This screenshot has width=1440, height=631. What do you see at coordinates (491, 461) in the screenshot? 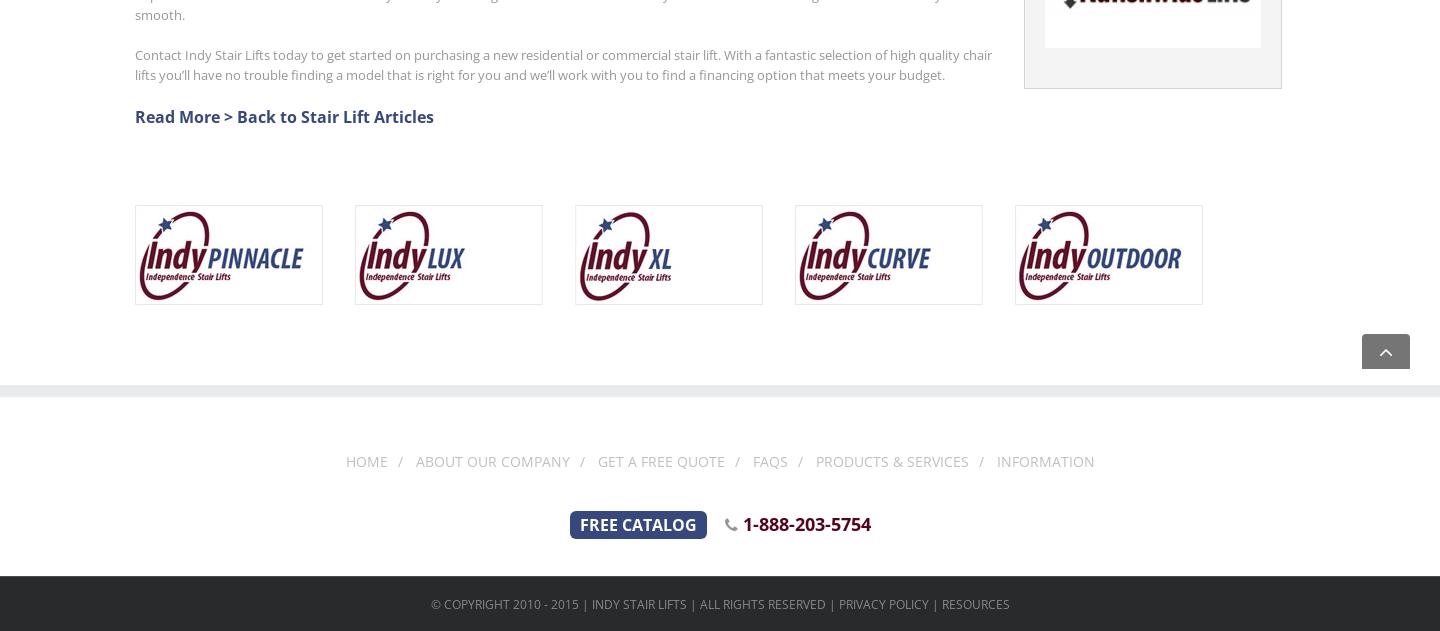
I see `'About Our Company'` at bounding box center [491, 461].